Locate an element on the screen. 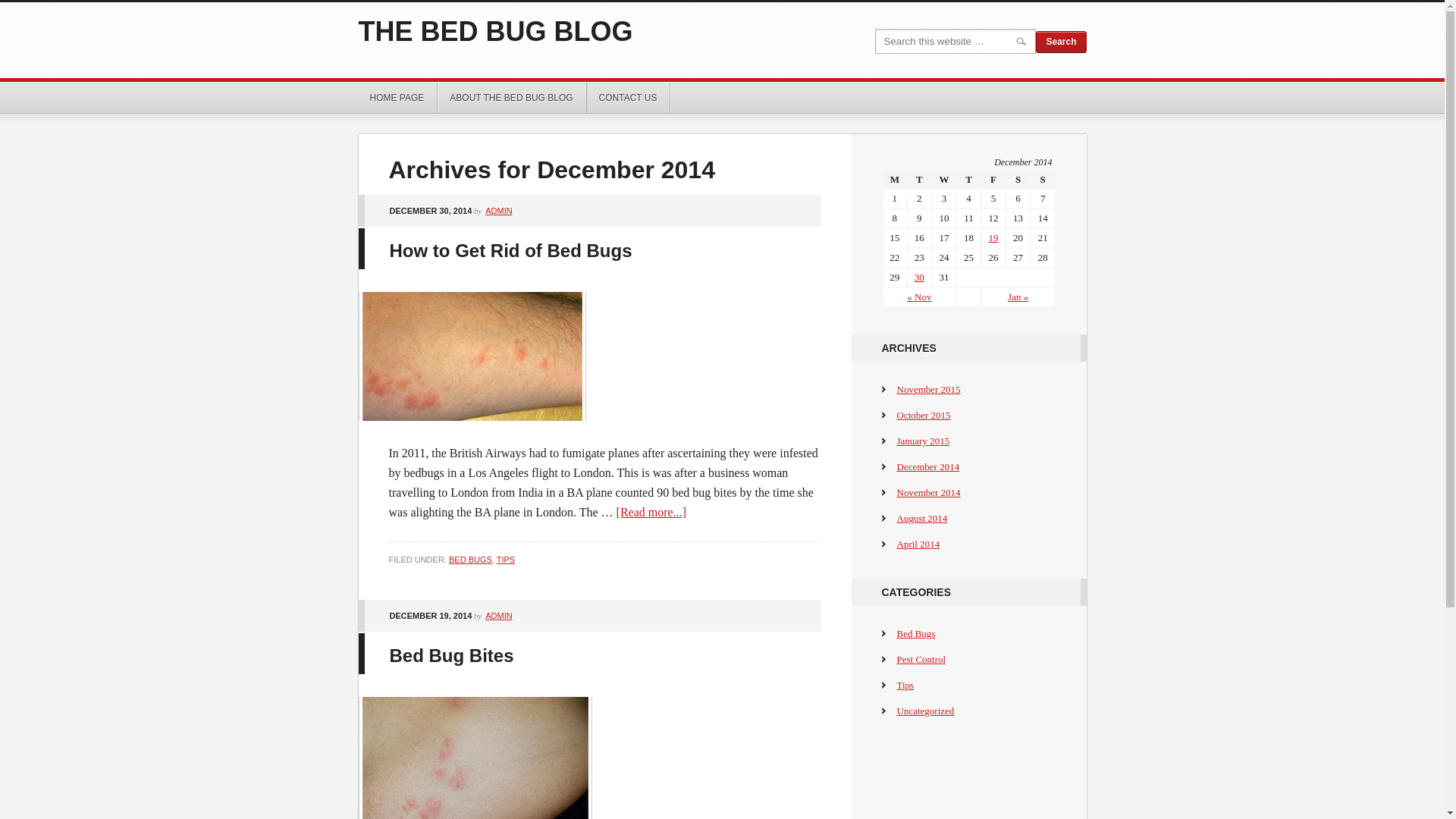  '30' is located at coordinates (918, 277).